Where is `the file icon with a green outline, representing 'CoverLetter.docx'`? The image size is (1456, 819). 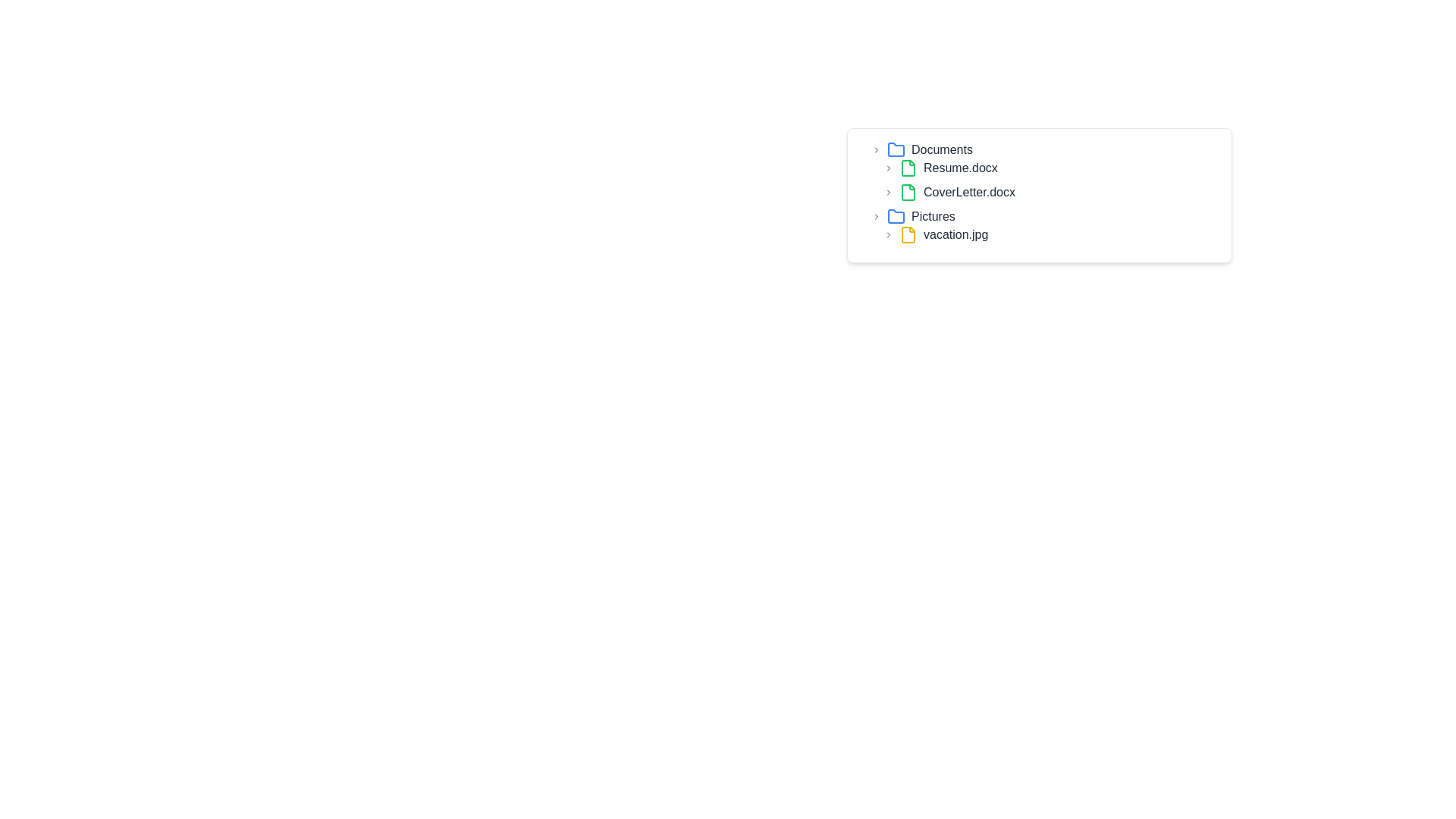 the file icon with a green outline, representing 'CoverLetter.docx' is located at coordinates (908, 192).